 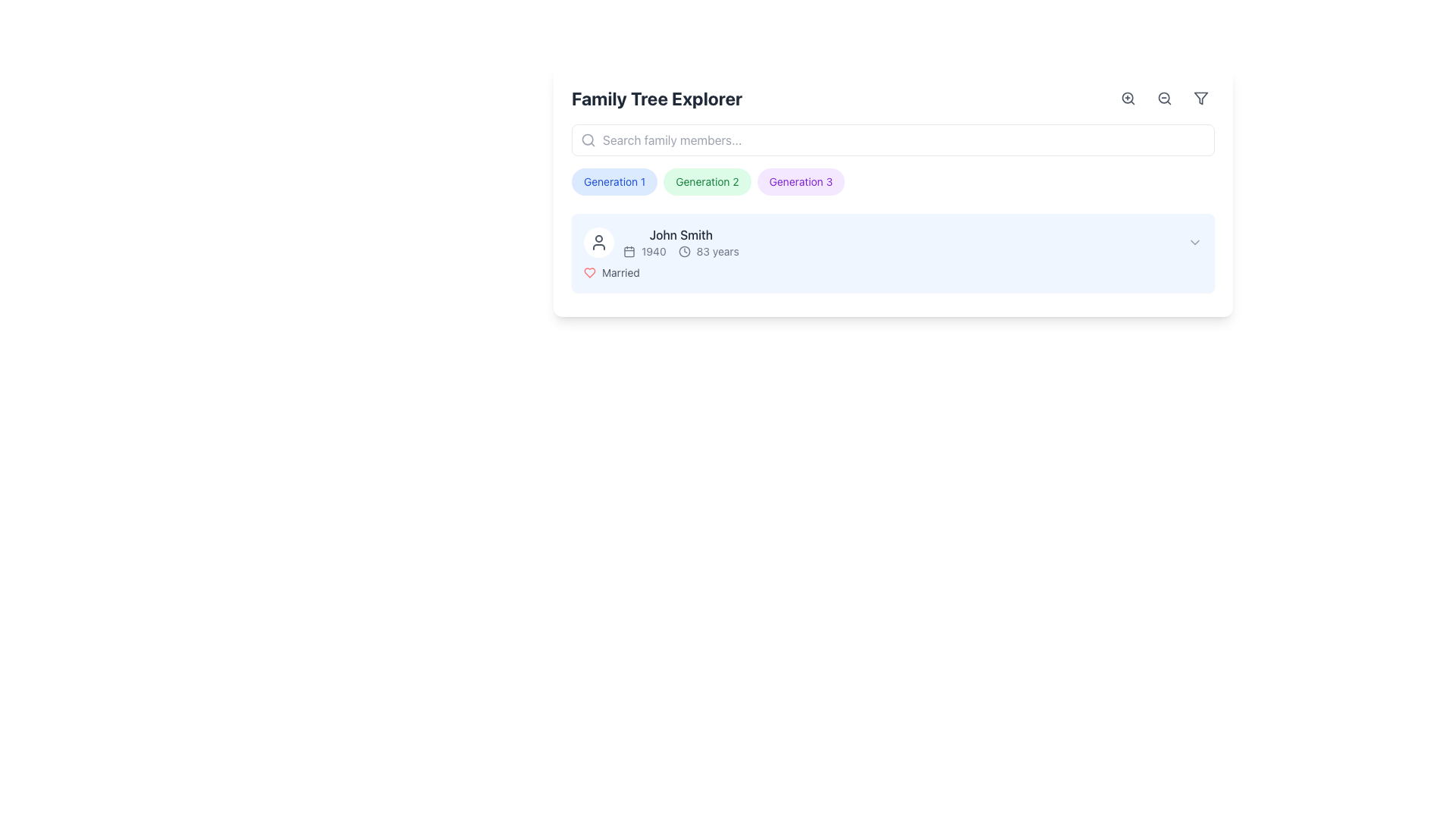 What do you see at coordinates (1128, 98) in the screenshot?
I see `the SVG circle element styled with a stroke and no fill, located at the center of the magnifying glass icon in the top right UI section of the application` at bounding box center [1128, 98].